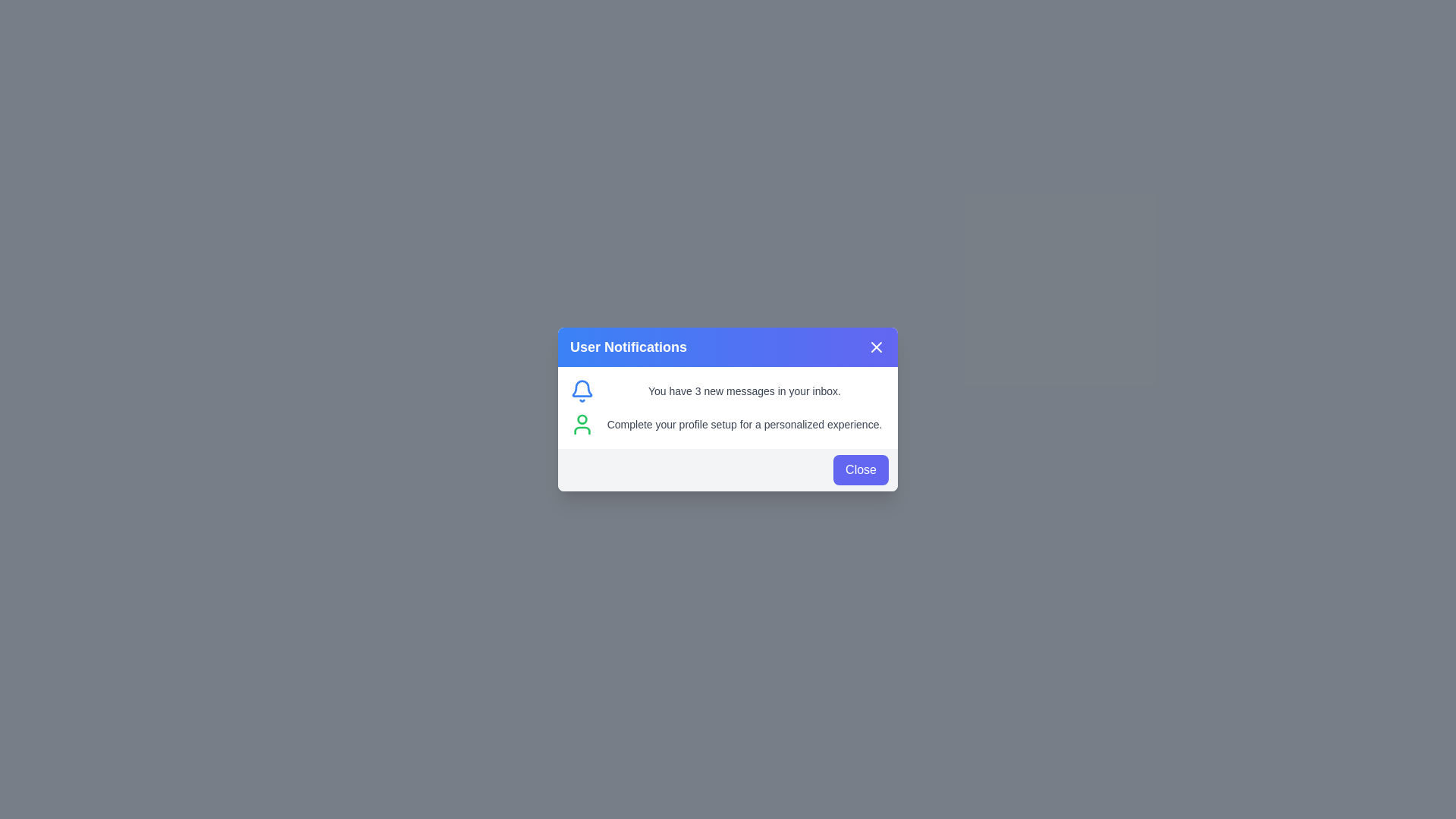 Image resolution: width=1456 pixels, height=819 pixels. I want to click on the decorative circular feature located at the topmost part of the user profile icon in the notification dialog, which enhances visual appeal or signifies information, so click(582, 419).